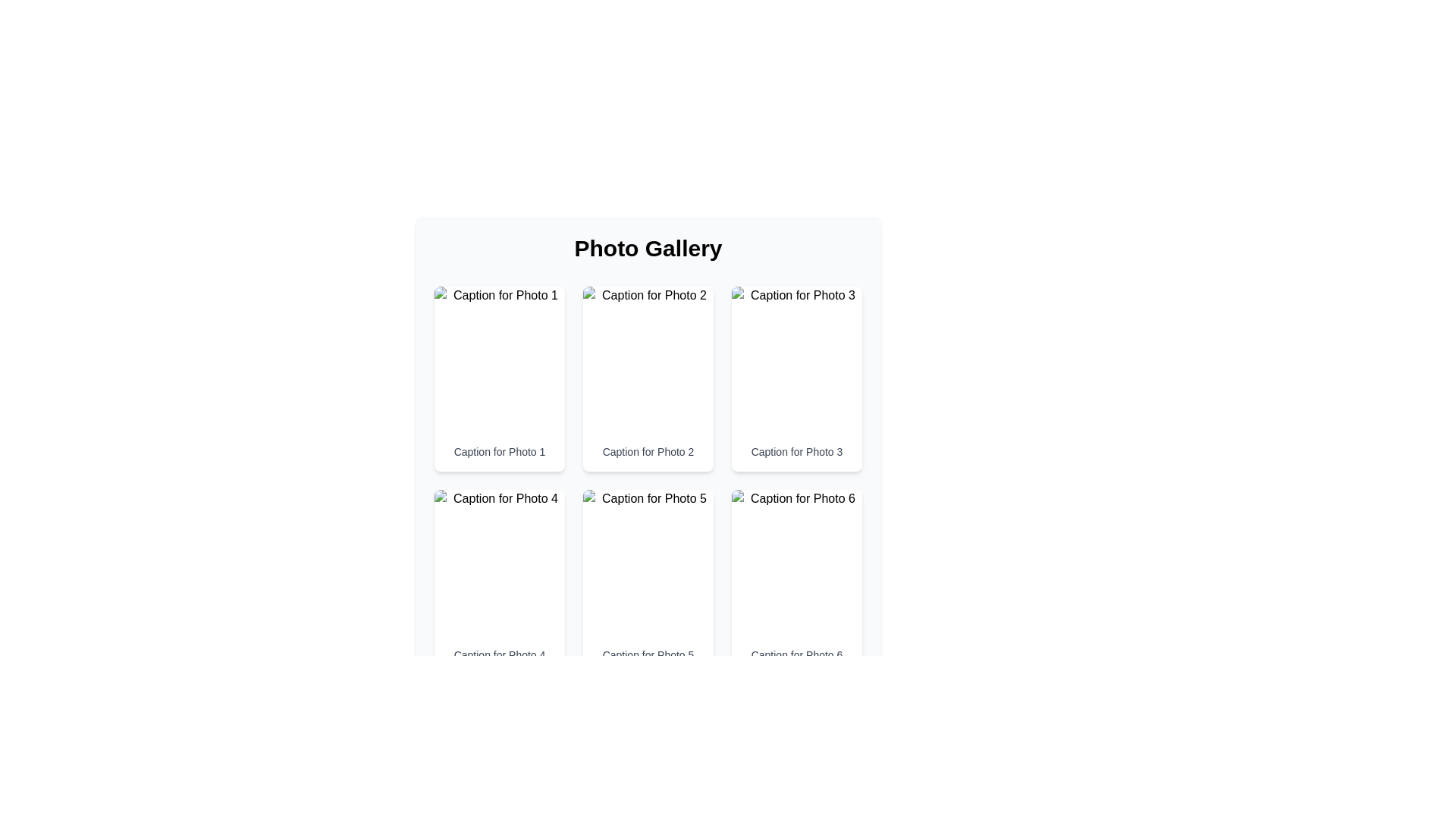  Describe the element at coordinates (499, 654) in the screenshot. I see `the text label styled in gray that reads 'Caption for Photo 4', located at the bottom of a card layout directly below the image labeled 'Photo 4'` at that location.